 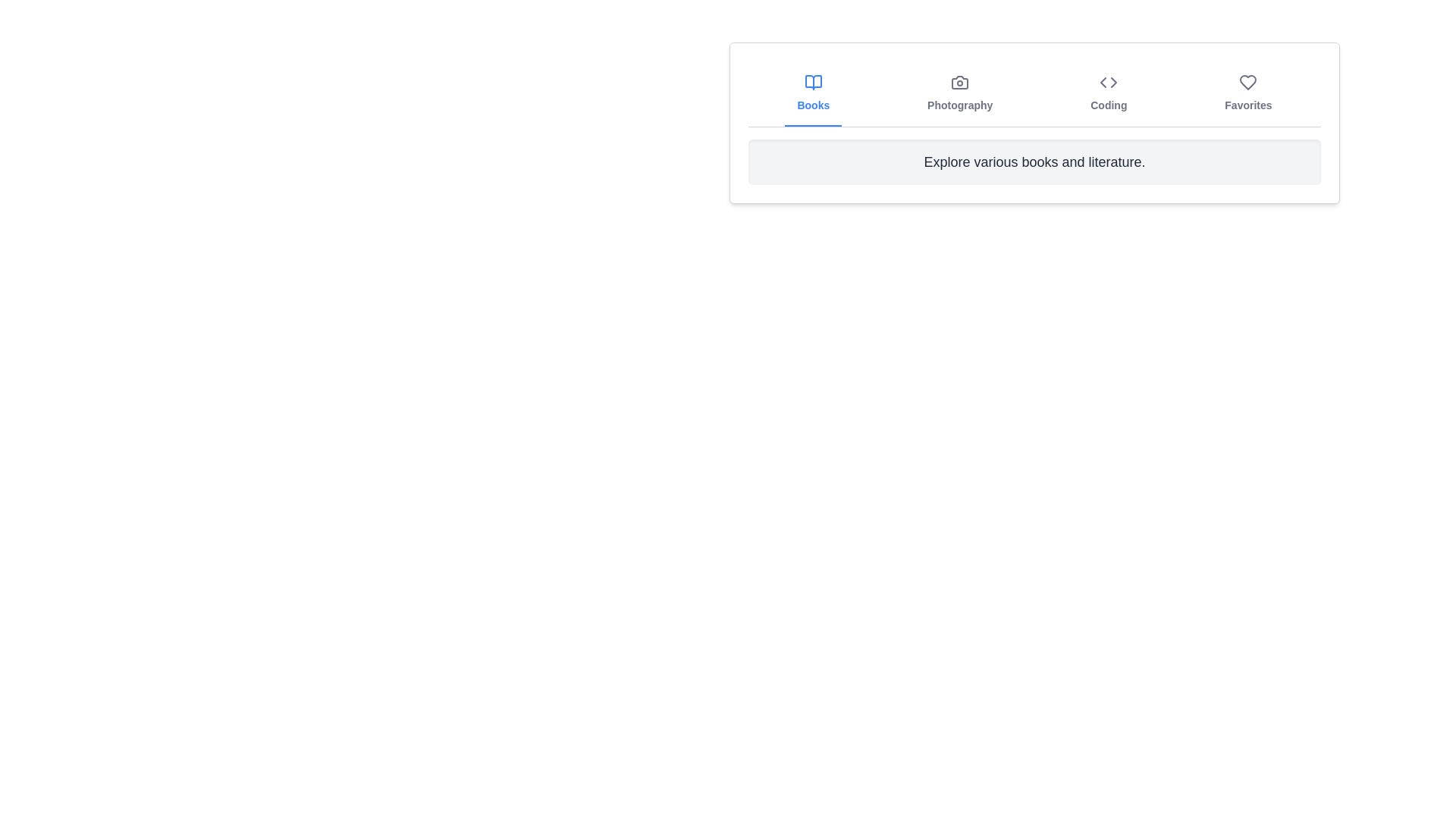 I want to click on text content of the 'Books' label, which is the first item in the navigation bar located directly below the open book icon, so click(x=812, y=104).